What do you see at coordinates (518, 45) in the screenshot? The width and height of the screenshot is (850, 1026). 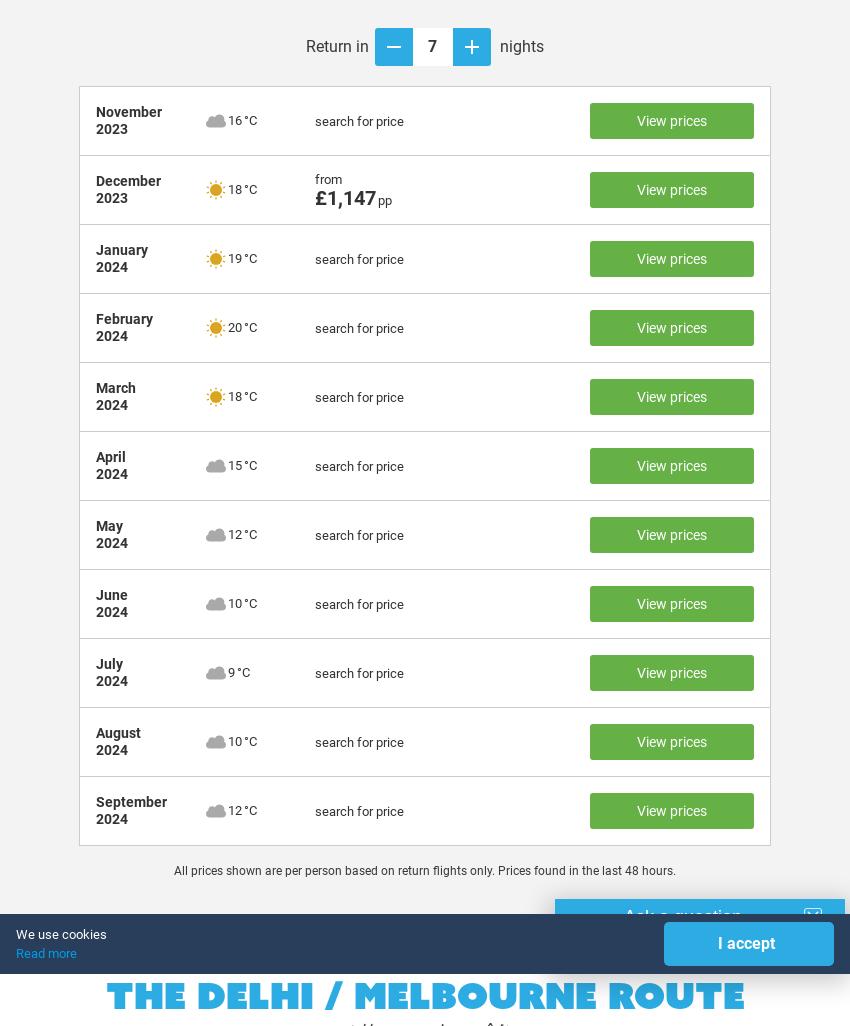 I see `'nights'` at bounding box center [518, 45].